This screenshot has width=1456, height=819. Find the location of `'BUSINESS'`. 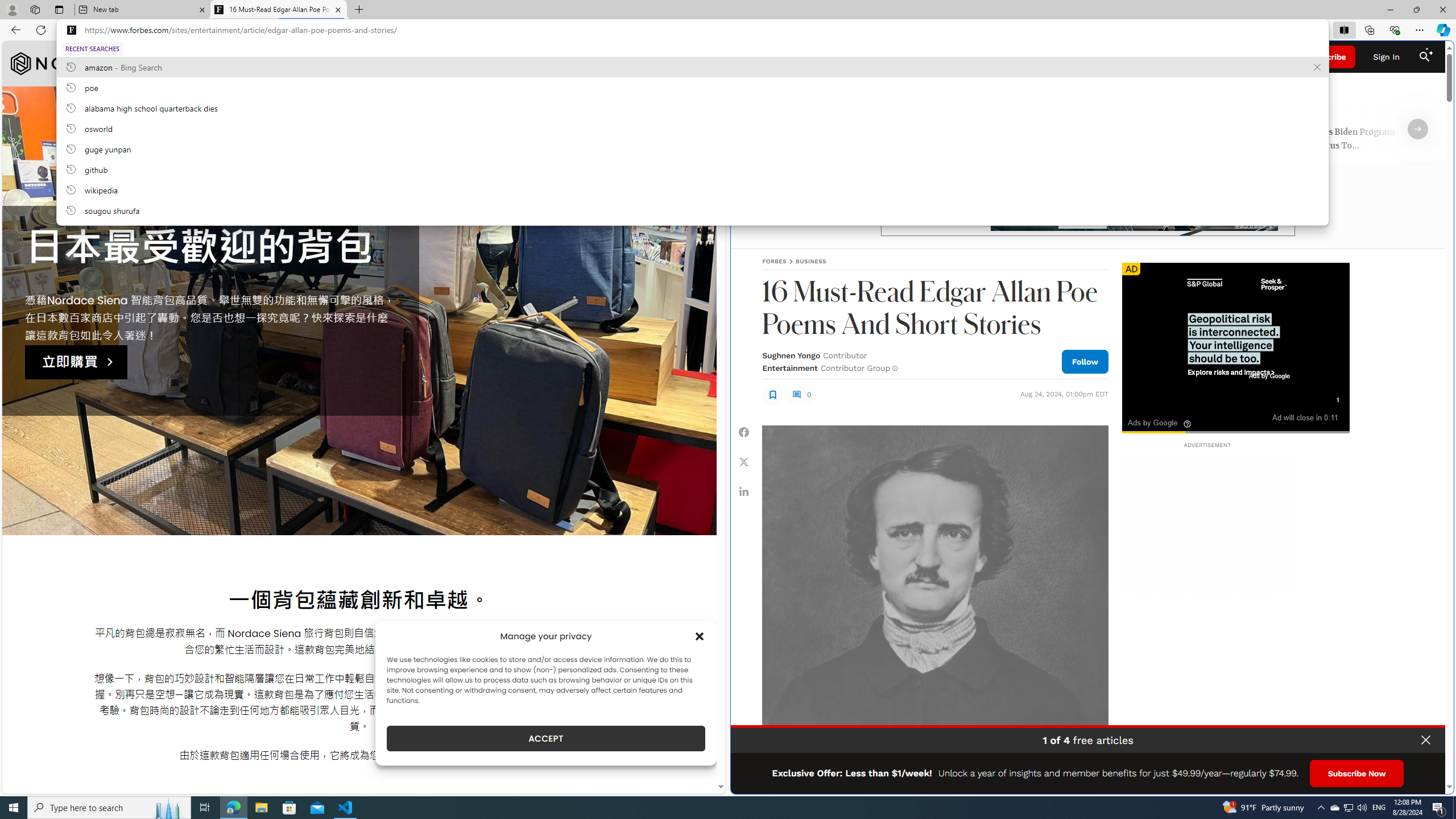

'BUSINESS' is located at coordinates (810, 261).